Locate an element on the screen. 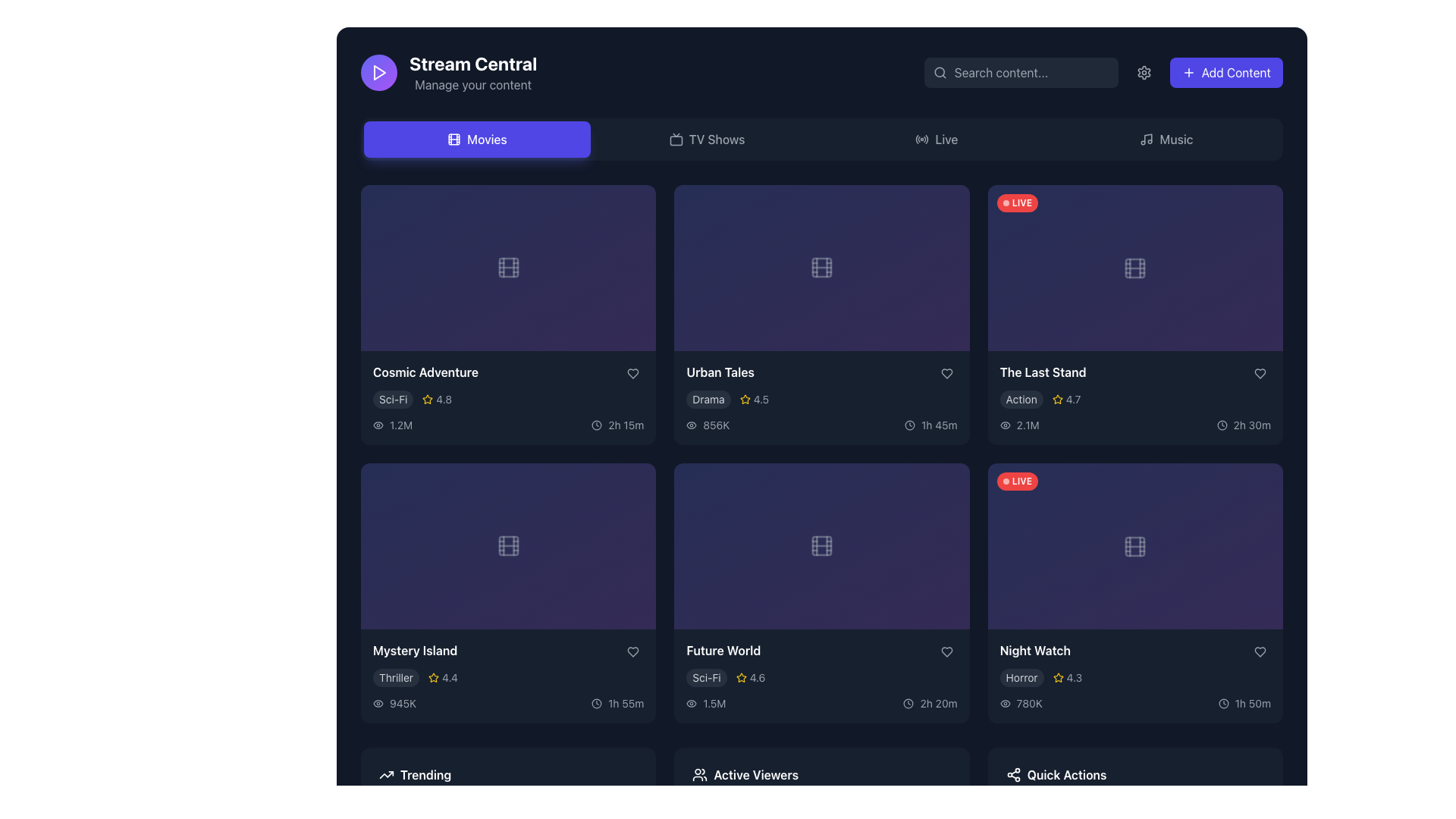  view count label located in the bottom section of the 'Urban Tales' content card, positioned near the center column and to the right of the eye icon, to understand the content's popularity is located at coordinates (715, 425).